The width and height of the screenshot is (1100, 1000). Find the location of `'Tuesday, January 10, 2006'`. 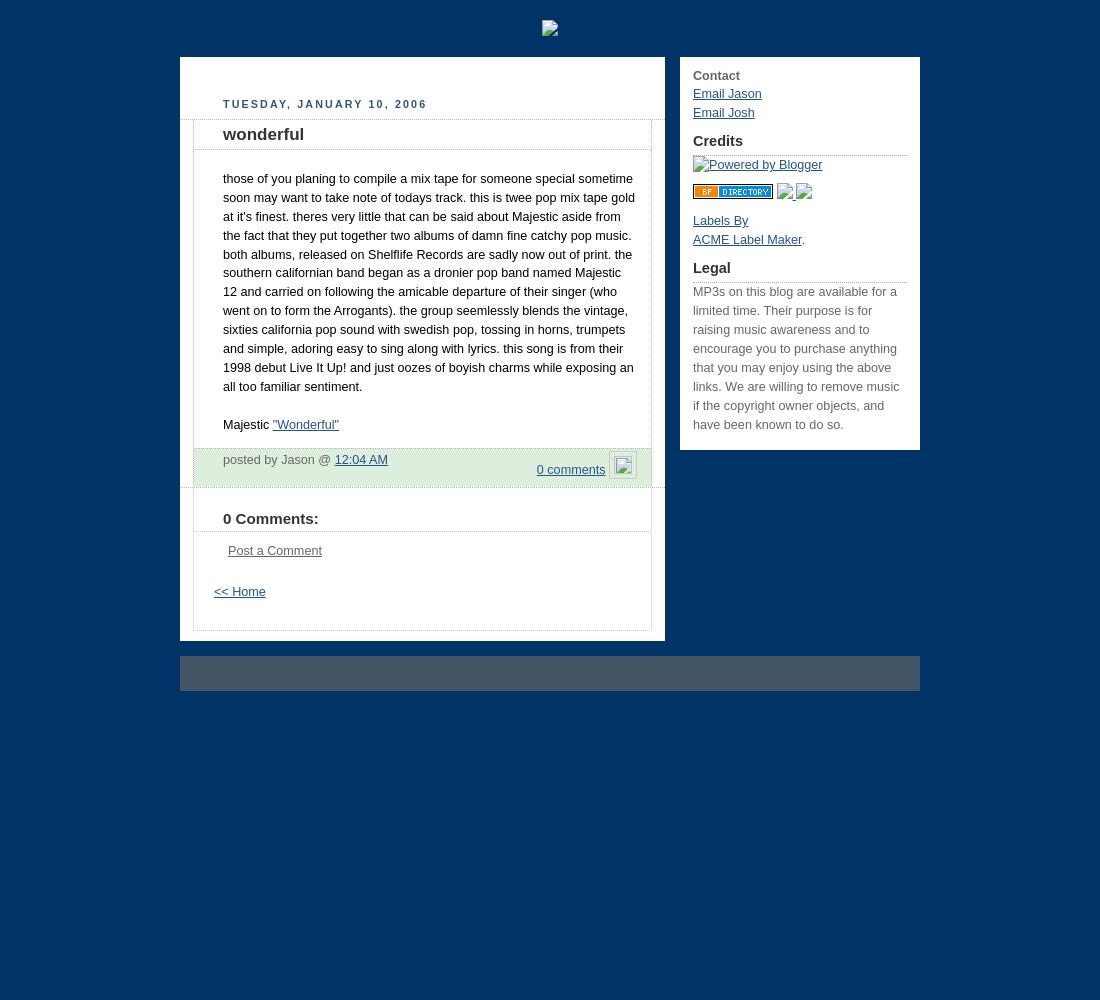

'Tuesday, January 10, 2006' is located at coordinates (324, 102).